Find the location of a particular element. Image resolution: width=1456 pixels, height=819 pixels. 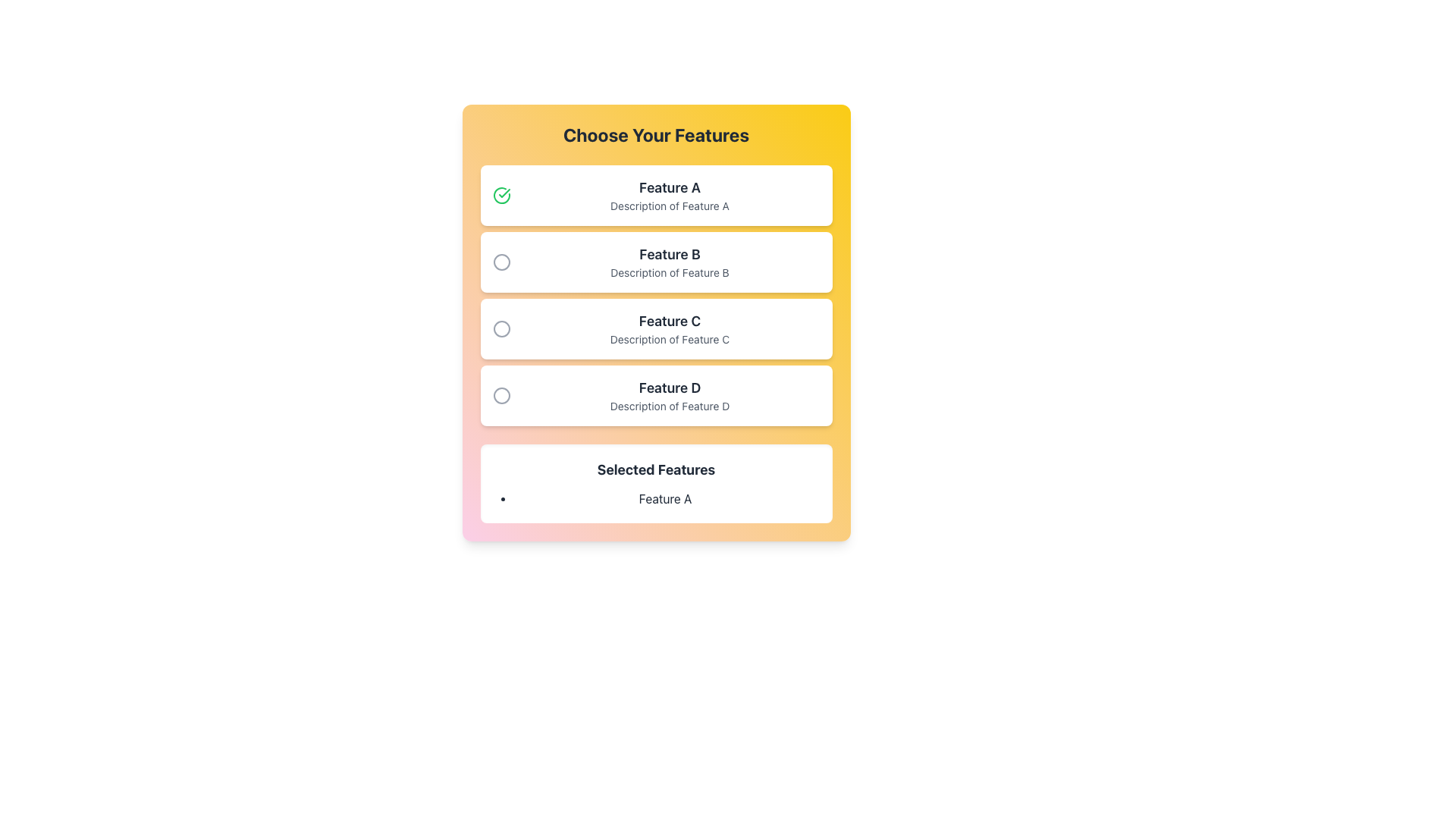

the third radio button indicator associated with 'Feature C' in the vertical list of options is located at coordinates (501, 328).